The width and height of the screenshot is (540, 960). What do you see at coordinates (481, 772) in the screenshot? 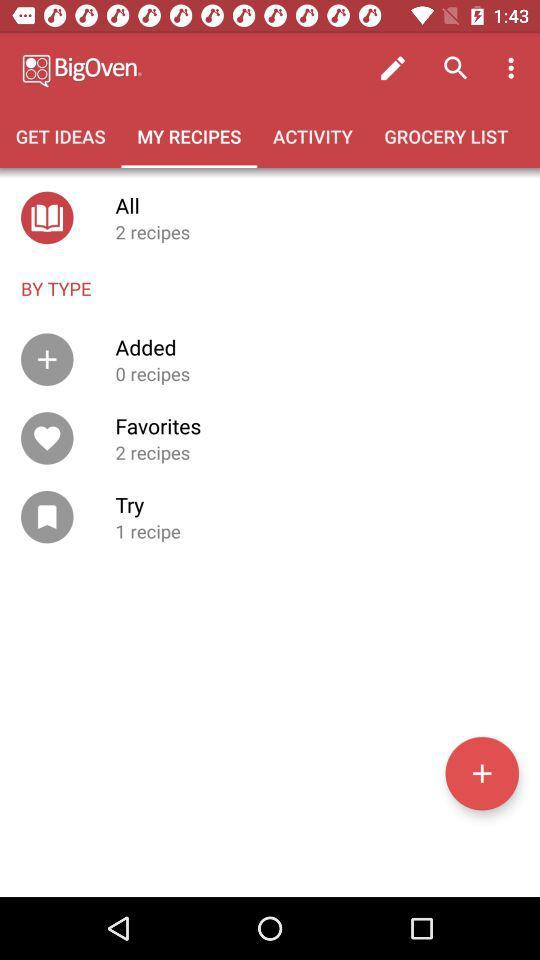
I see `the add icon` at bounding box center [481, 772].